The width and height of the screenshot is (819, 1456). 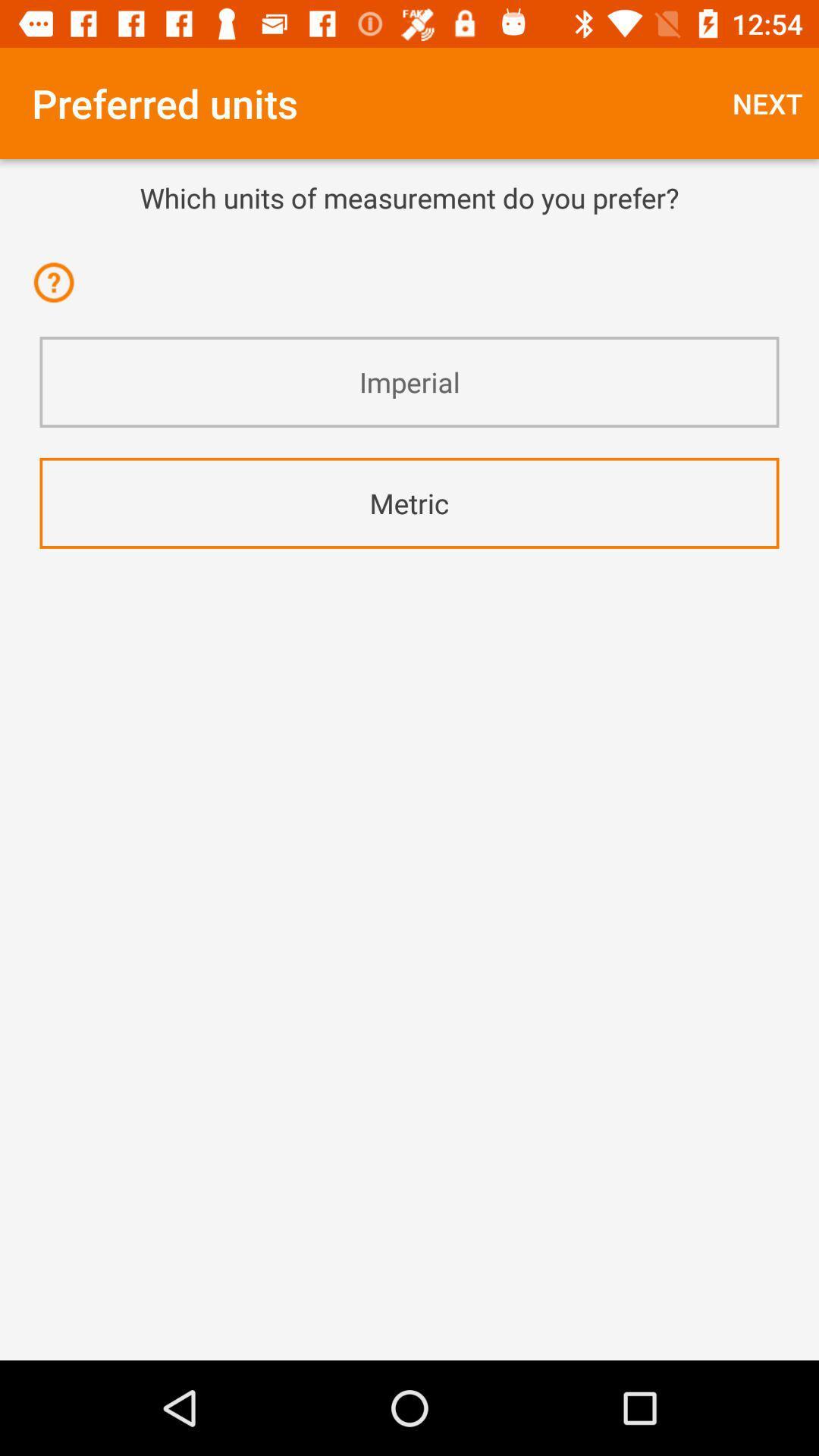 What do you see at coordinates (409, 503) in the screenshot?
I see `the metric app` at bounding box center [409, 503].